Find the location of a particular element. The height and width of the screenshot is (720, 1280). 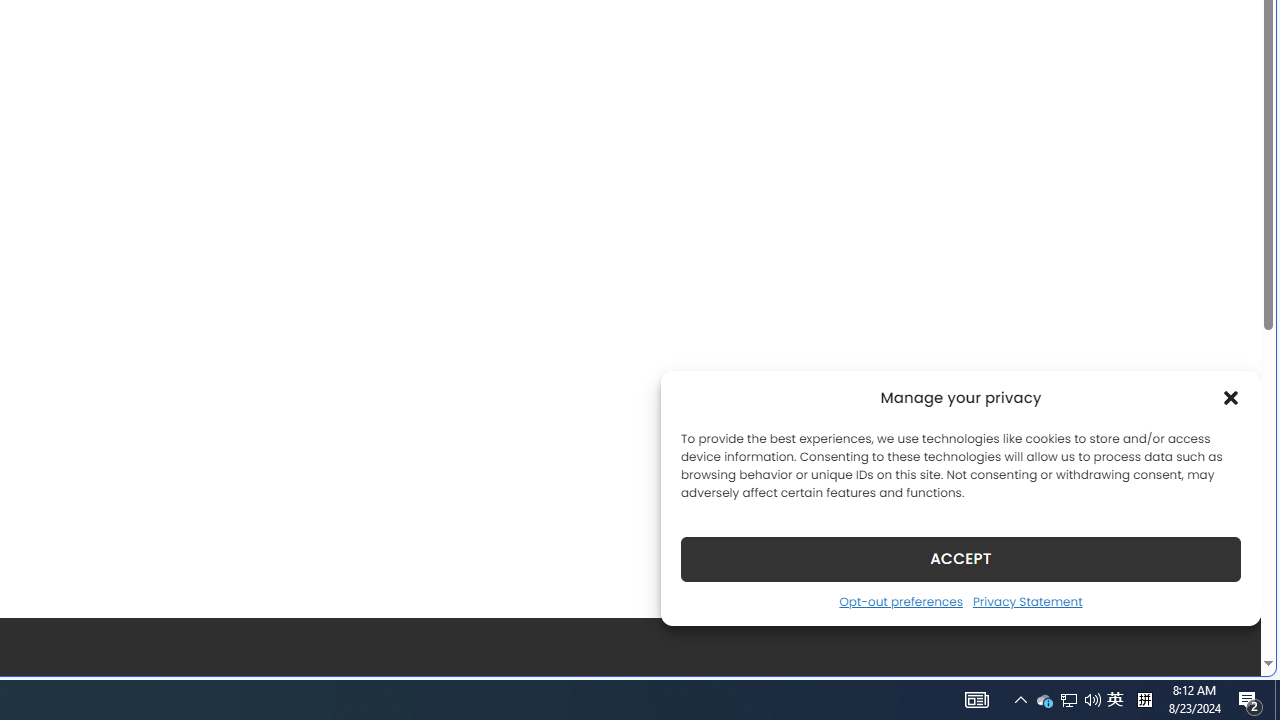

'Privacy Statement' is located at coordinates (1027, 600).